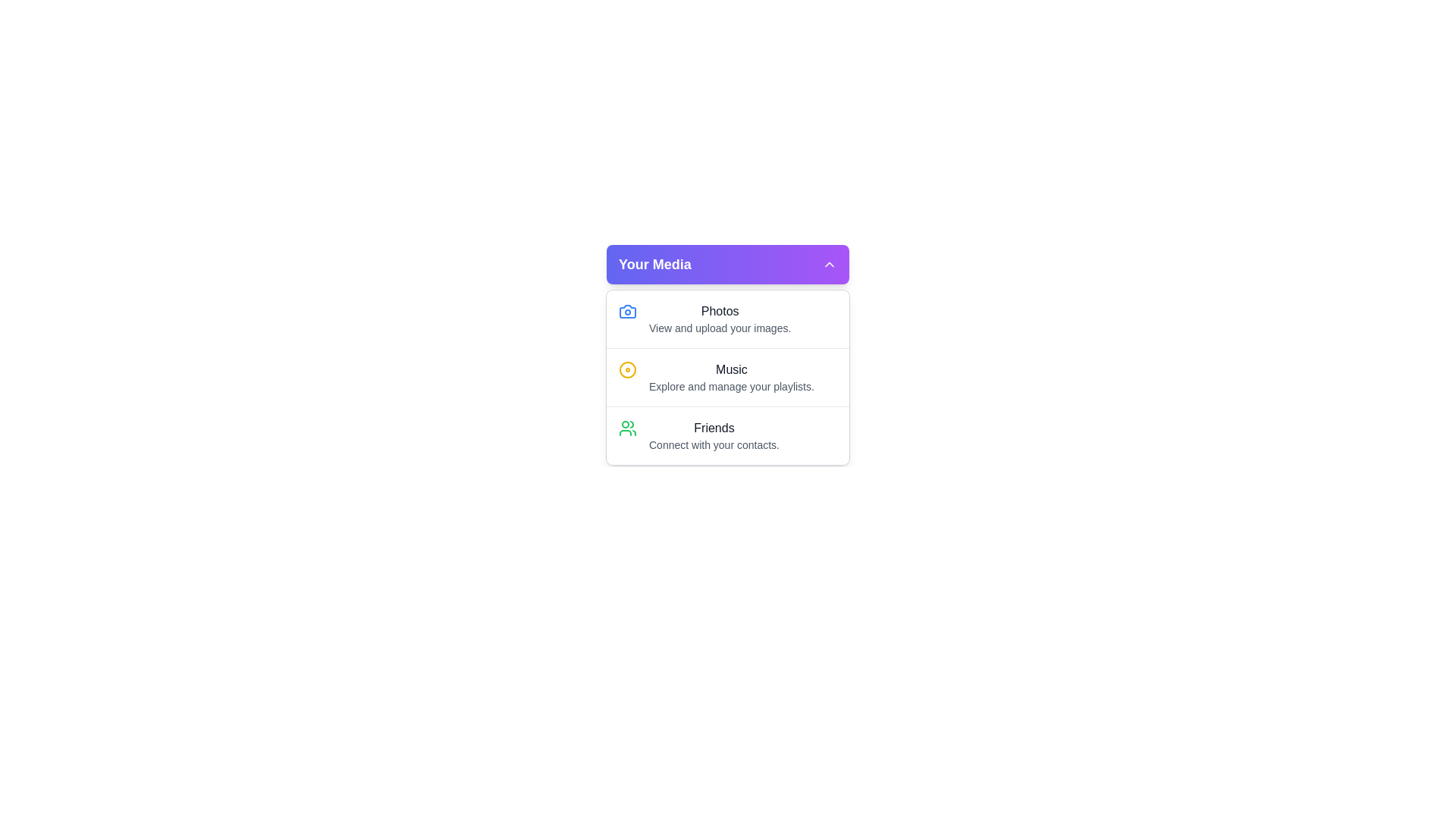 Image resolution: width=1456 pixels, height=819 pixels. Describe the element at coordinates (731, 370) in the screenshot. I see `the 'Music' text label, which is styled with medium font weight and grayish black color, located centrally within the 'Music' section of a vertical card layout` at that location.